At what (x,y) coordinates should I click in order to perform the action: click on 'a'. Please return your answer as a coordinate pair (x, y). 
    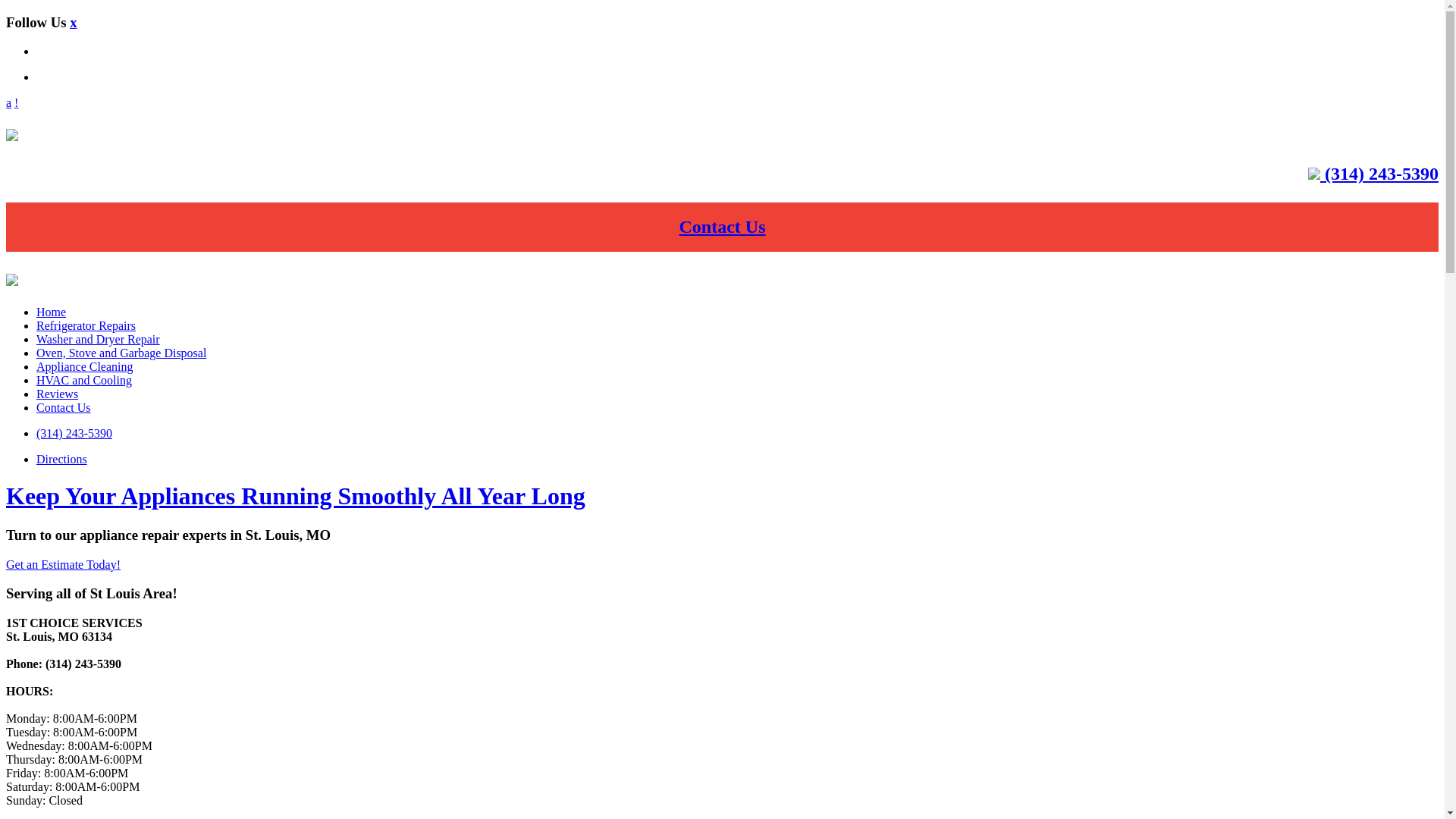
    Looking at the image, I should click on (8, 102).